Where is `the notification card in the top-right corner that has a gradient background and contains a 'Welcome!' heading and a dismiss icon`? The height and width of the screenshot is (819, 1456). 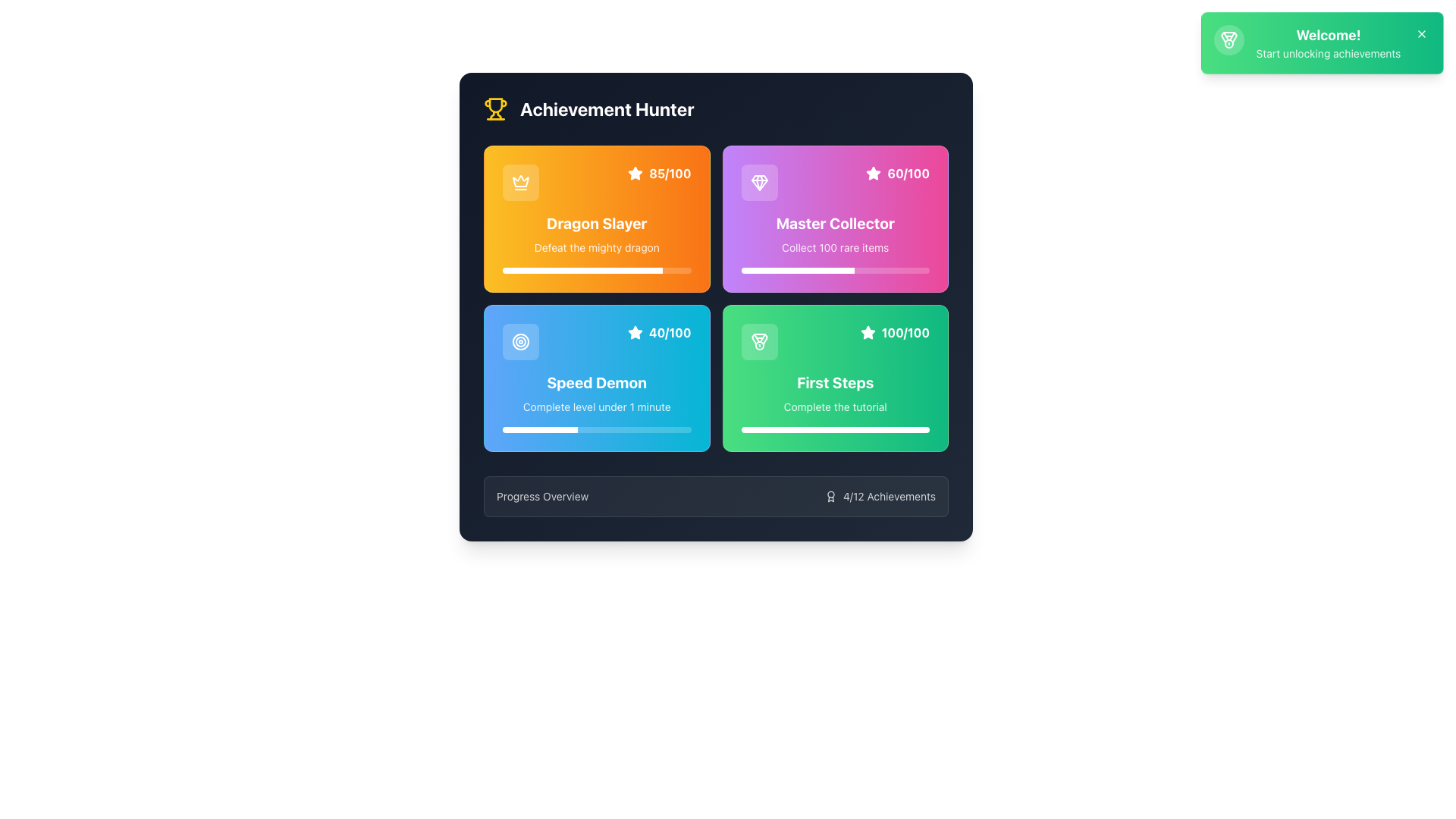 the notification card in the top-right corner that has a gradient background and contains a 'Welcome!' heading and a dismiss icon is located at coordinates (1321, 42).